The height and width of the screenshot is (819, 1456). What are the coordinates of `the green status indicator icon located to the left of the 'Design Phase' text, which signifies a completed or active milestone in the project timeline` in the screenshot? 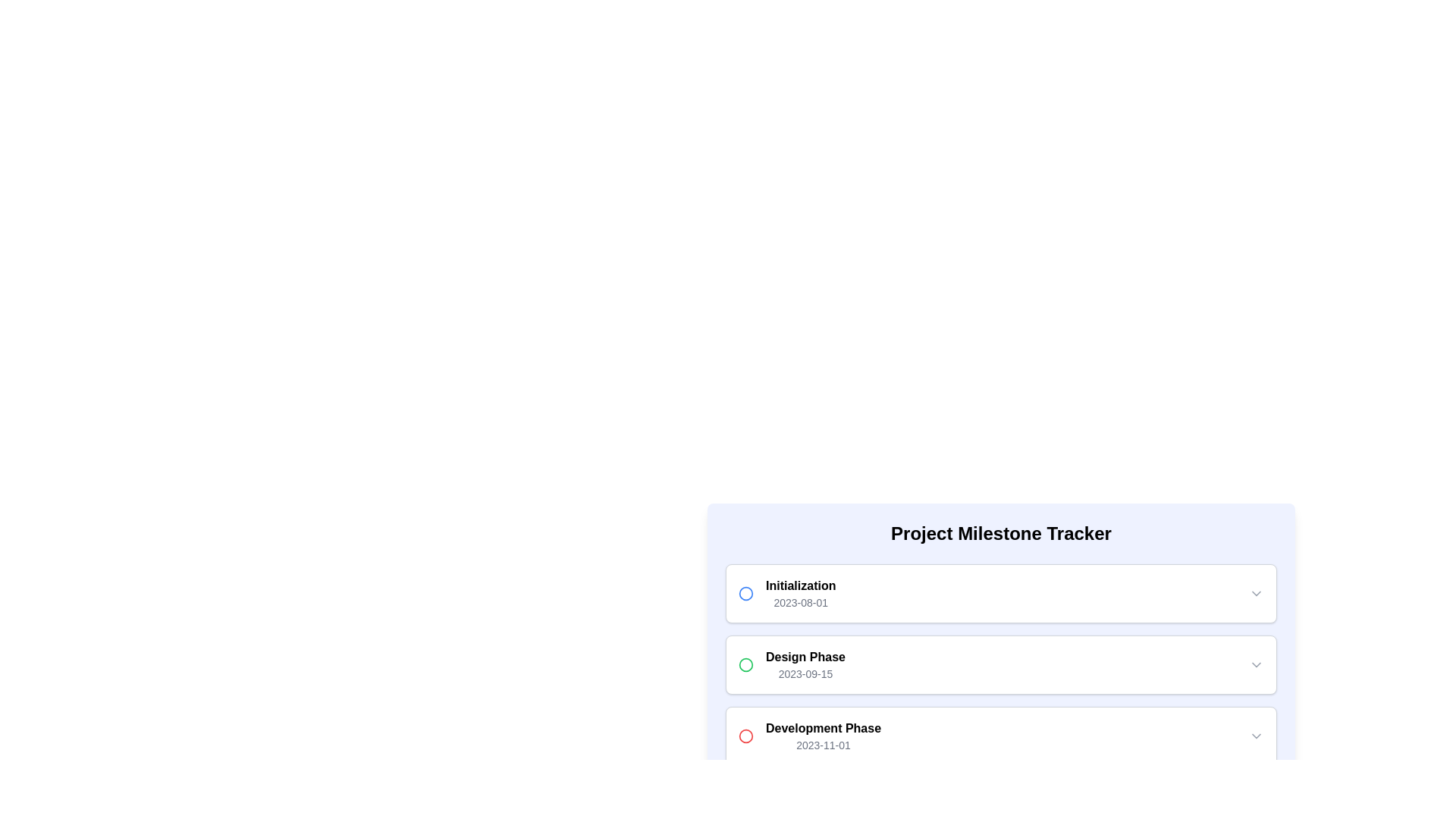 It's located at (745, 664).